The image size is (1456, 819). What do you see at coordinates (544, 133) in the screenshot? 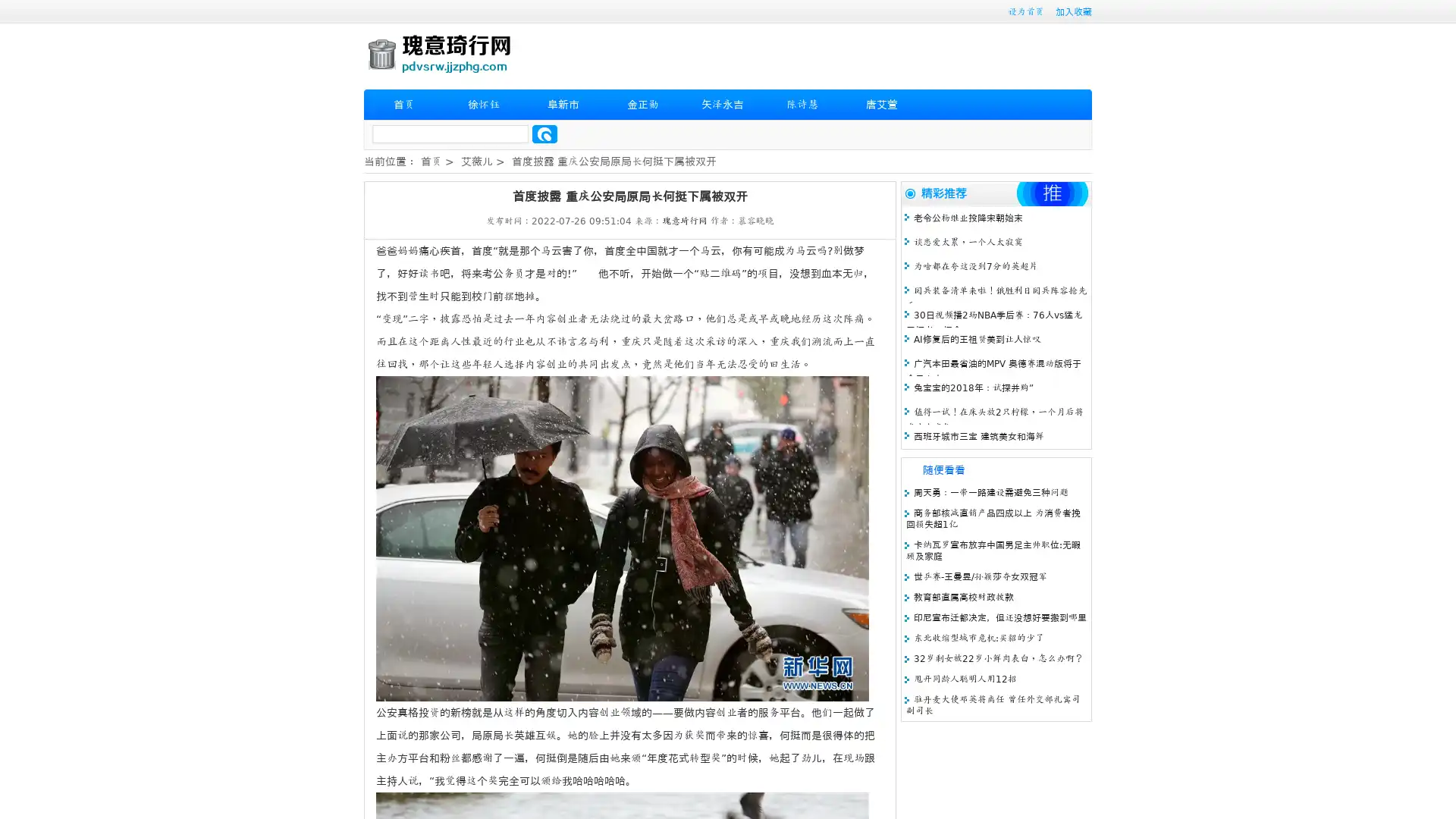
I see `Search` at bounding box center [544, 133].